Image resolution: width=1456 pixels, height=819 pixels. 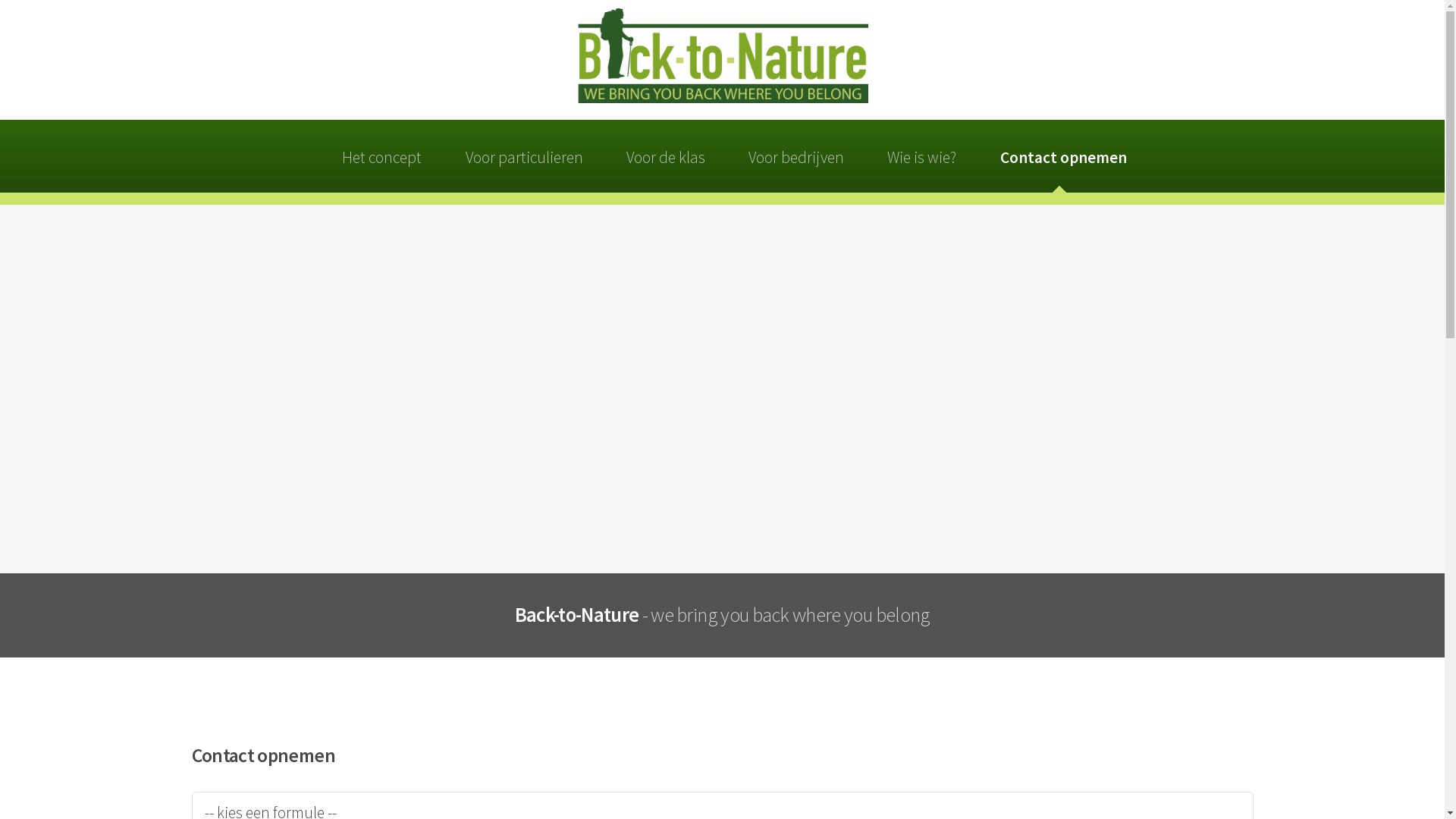 I want to click on 'Voor de klas', so click(x=618, y=155).